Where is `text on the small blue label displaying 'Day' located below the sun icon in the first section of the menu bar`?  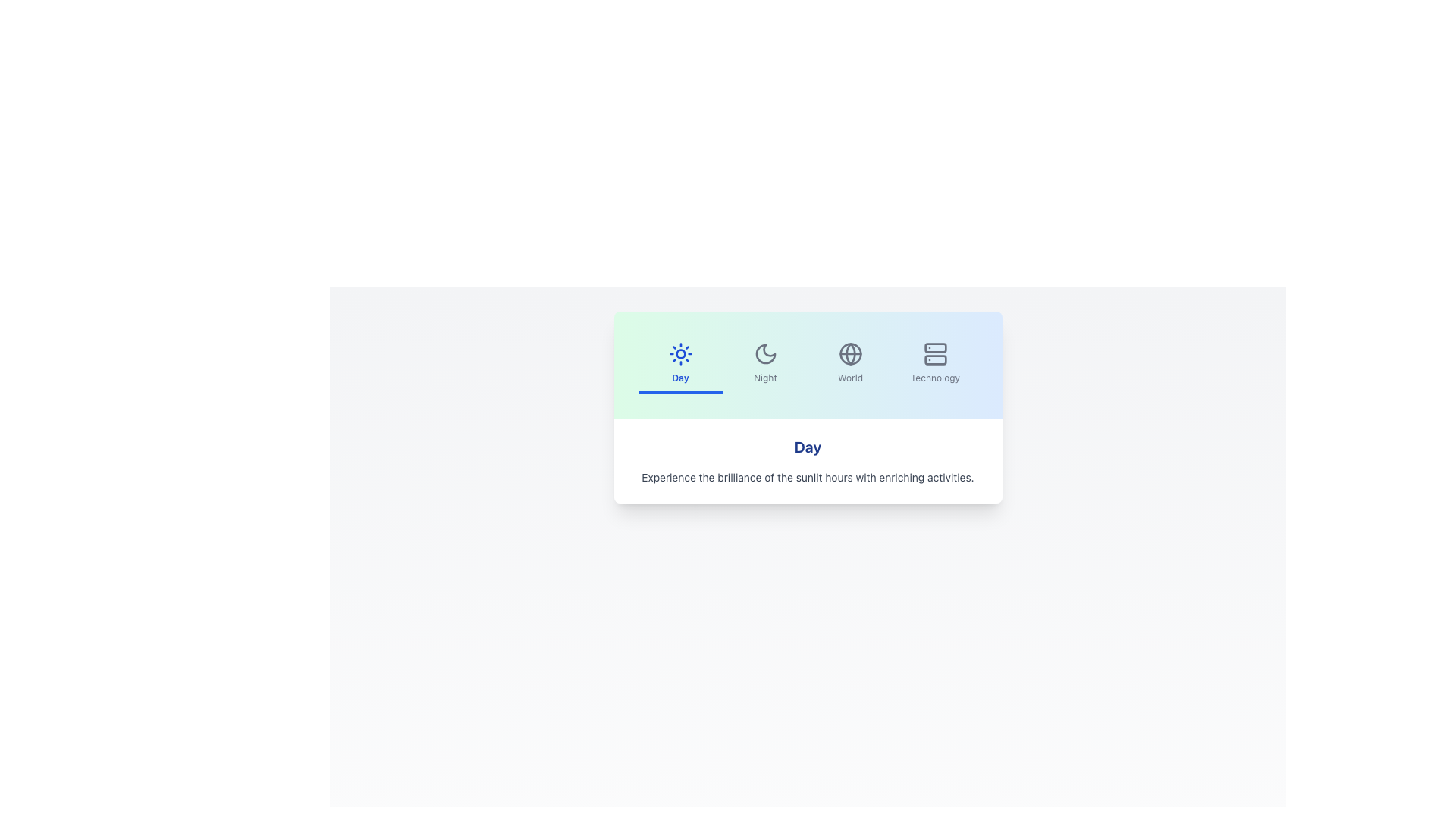
text on the small blue label displaying 'Day' located below the sun icon in the first section of the menu bar is located at coordinates (679, 377).